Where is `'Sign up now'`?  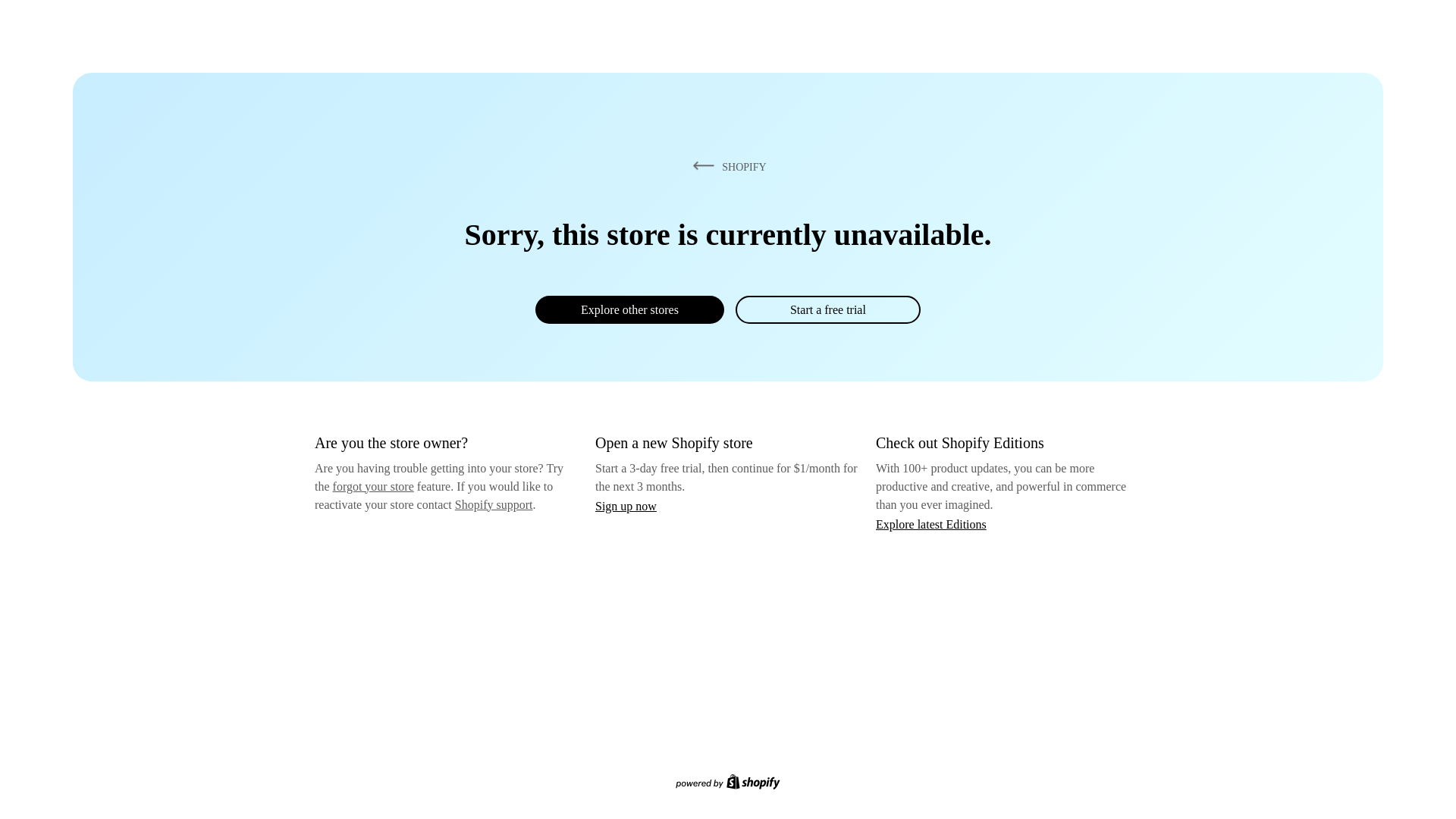
'Sign up now' is located at coordinates (626, 506).